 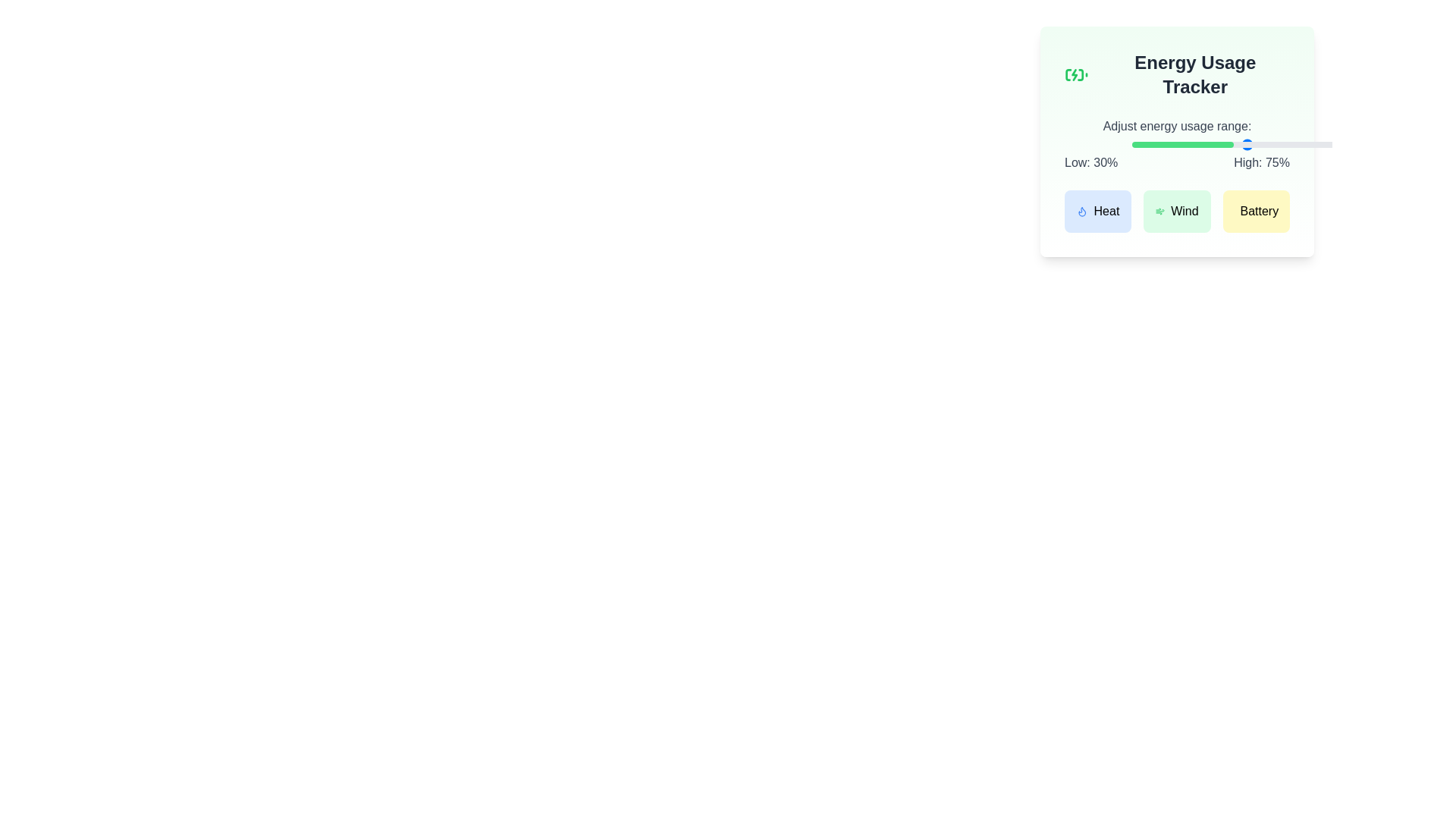 What do you see at coordinates (1081, 211) in the screenshot?
I see `the 'Heat' button located in the bottom section of the Energy Usage Tracker card interface` at bounding box center [1081, 211].